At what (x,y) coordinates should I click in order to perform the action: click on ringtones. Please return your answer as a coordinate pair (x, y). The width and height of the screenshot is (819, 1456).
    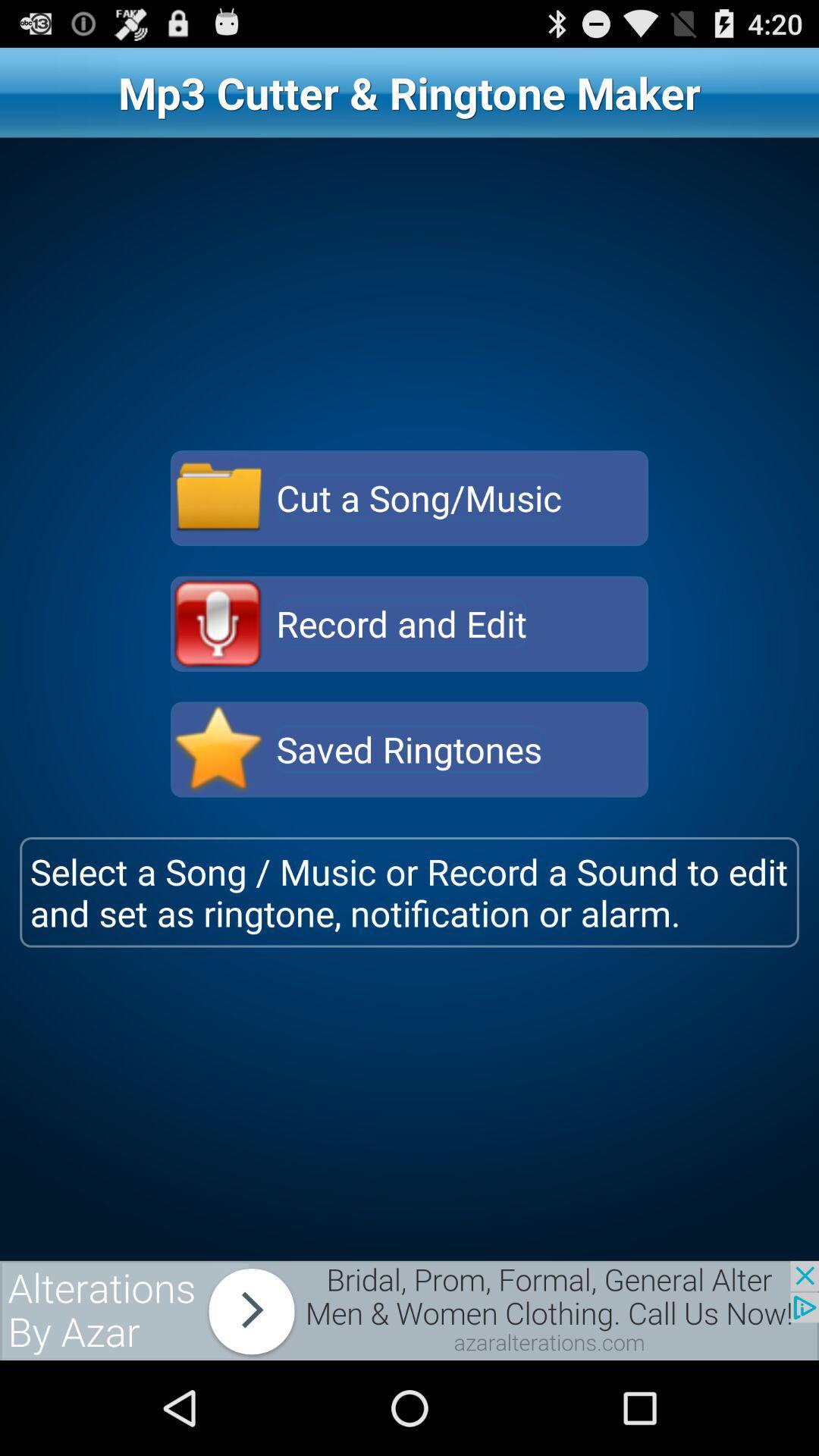
    Looking at the image, I should click on (218, 749).